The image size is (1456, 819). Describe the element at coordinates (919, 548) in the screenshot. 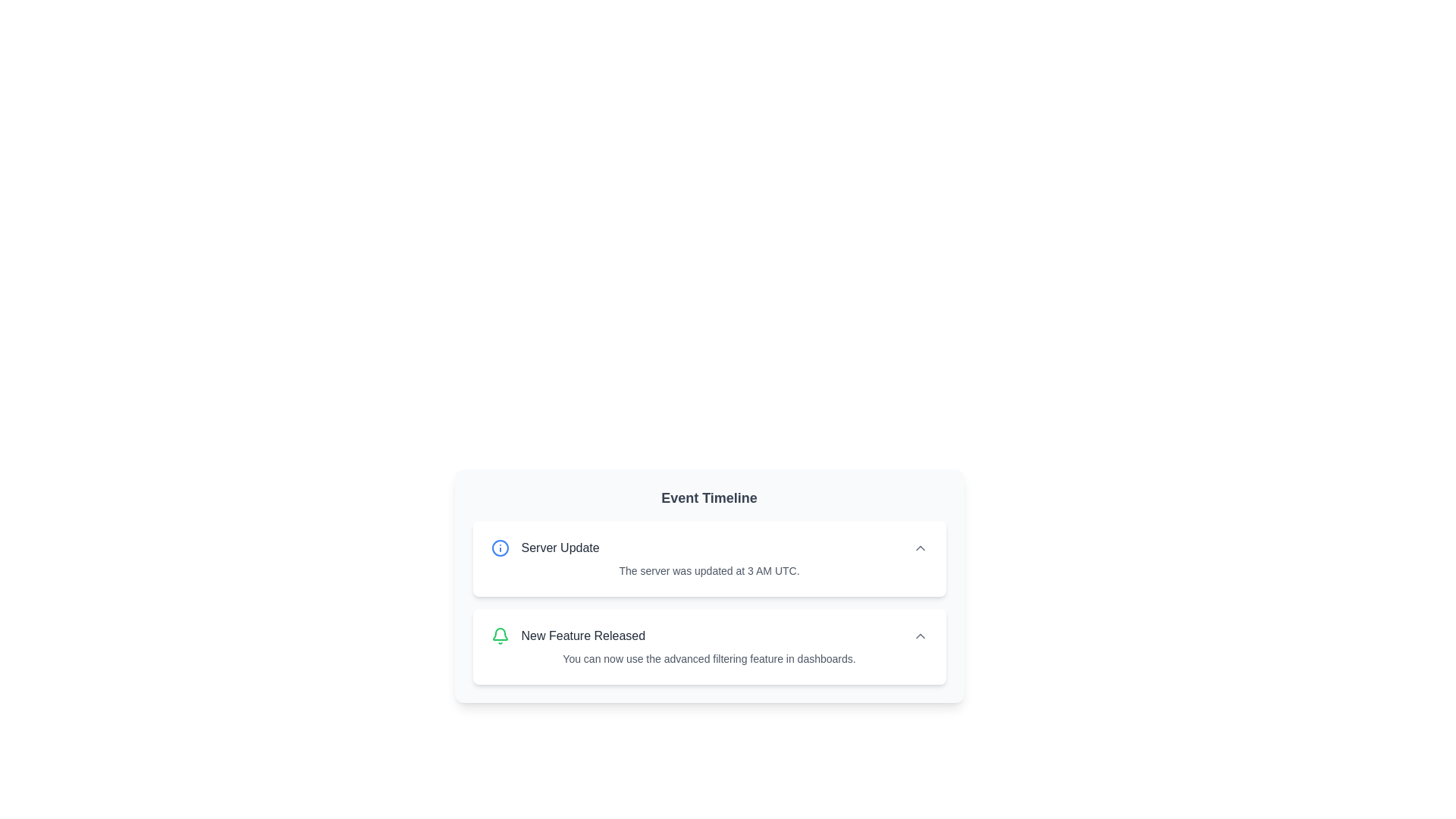

I see `the toggle button of the event to expand or collapse it` at that location.